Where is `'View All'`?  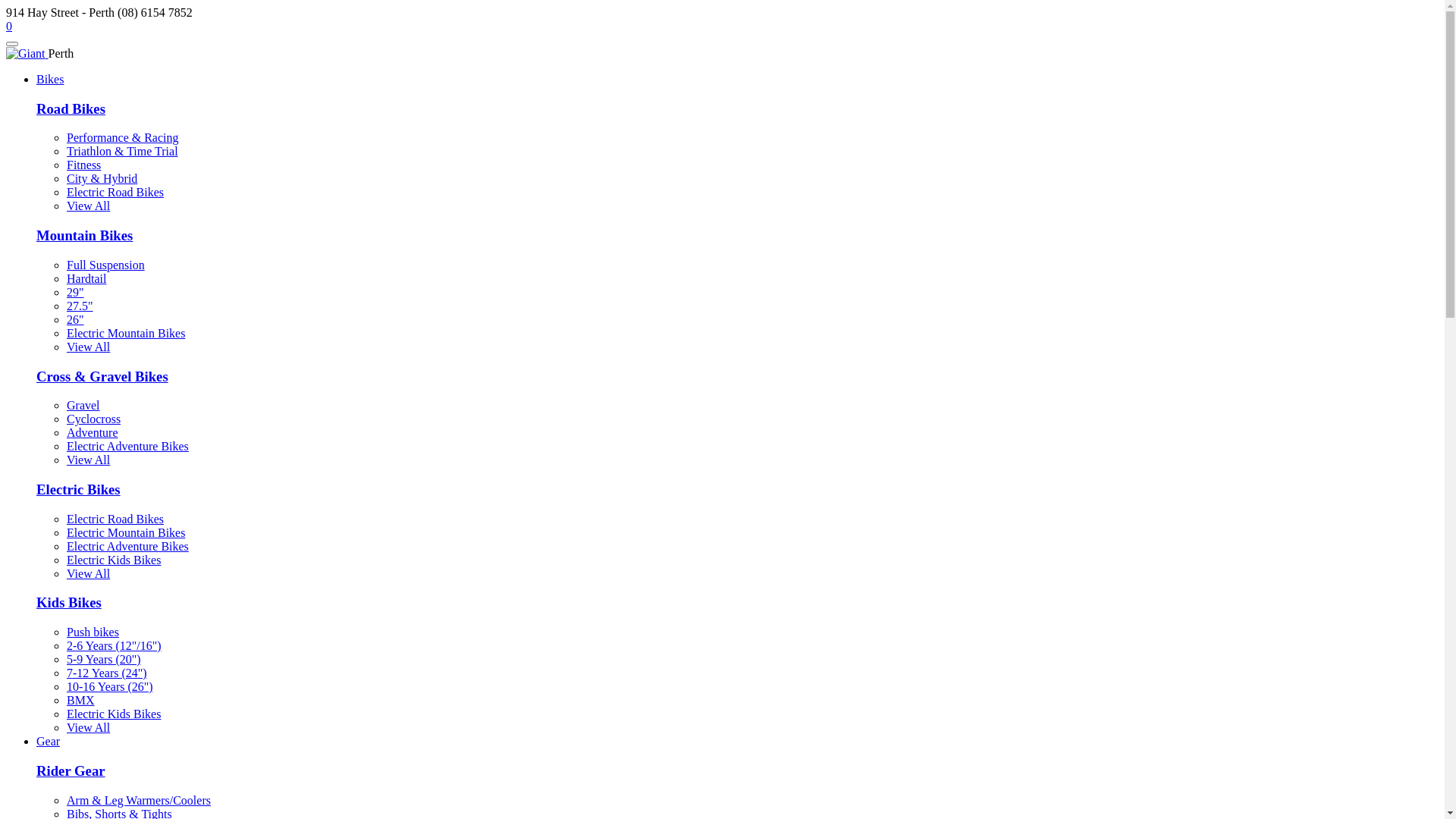 'View All' is located at coordinates (87, 459).